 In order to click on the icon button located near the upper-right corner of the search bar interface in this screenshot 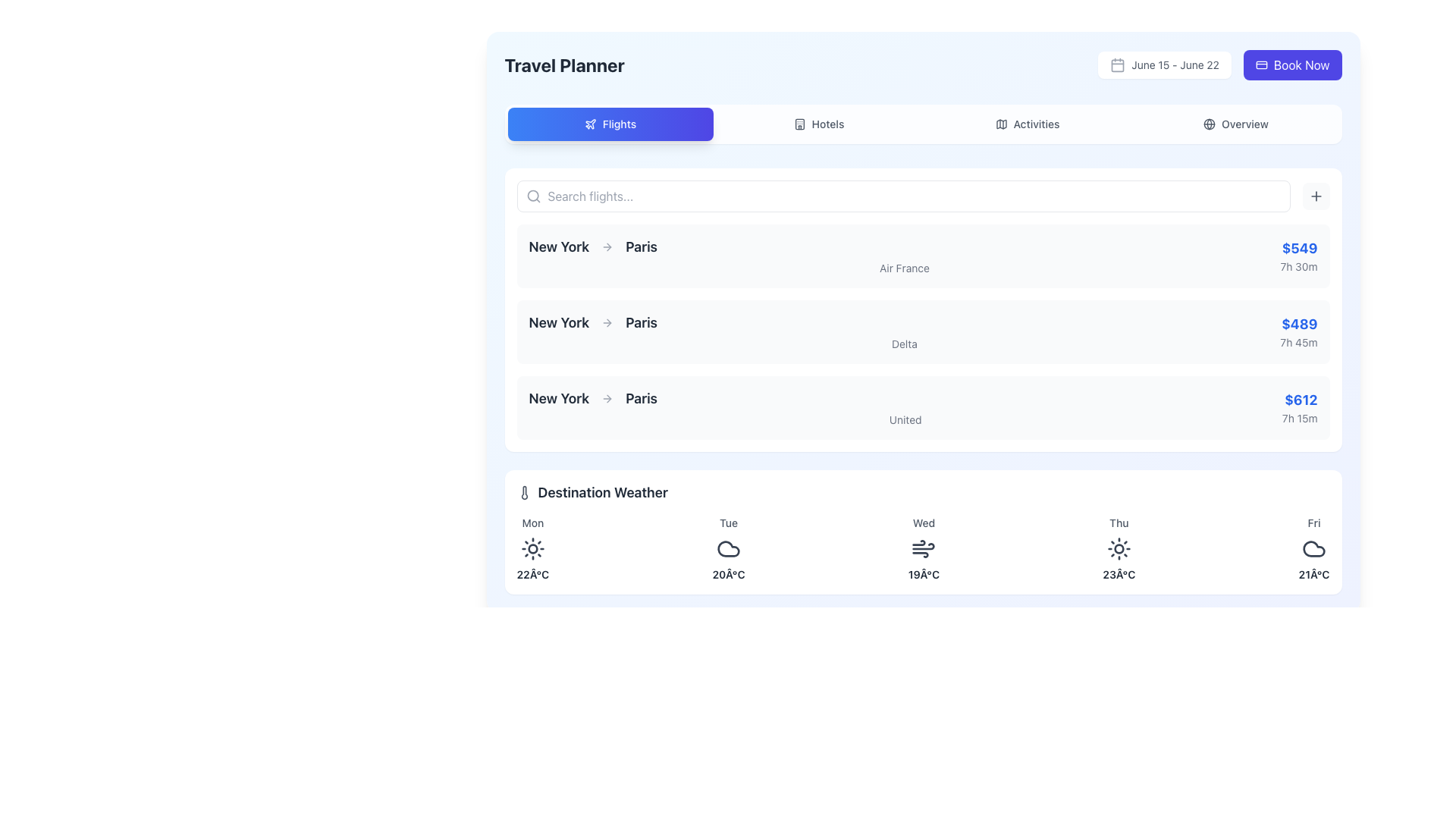, I will do `click(1315, 195)`.